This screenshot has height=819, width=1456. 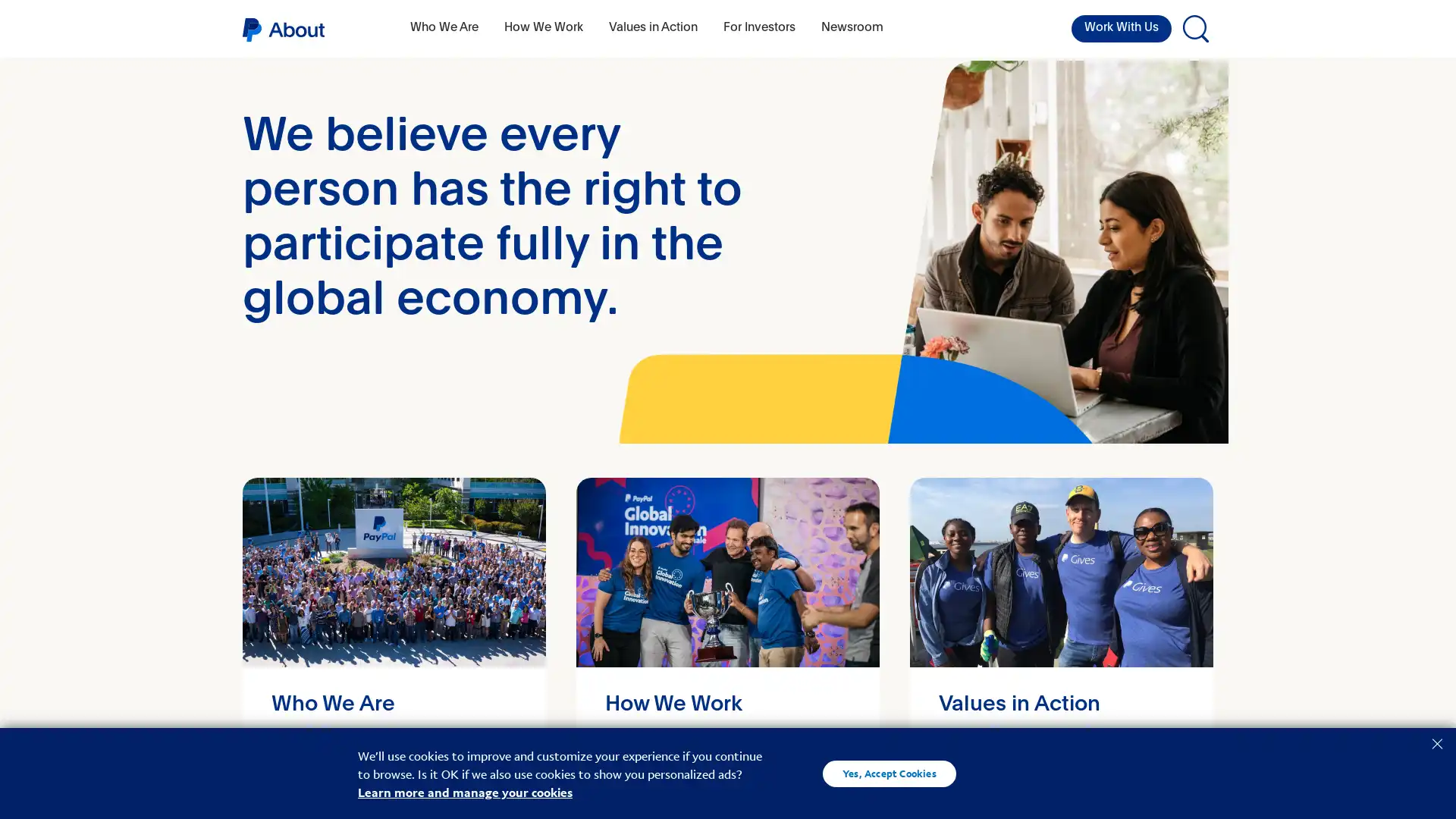 What do you see at coordinates (889, 773) in the screenshot?
I see `Yes, Accept Cookies` at bounding box center [889, 773].